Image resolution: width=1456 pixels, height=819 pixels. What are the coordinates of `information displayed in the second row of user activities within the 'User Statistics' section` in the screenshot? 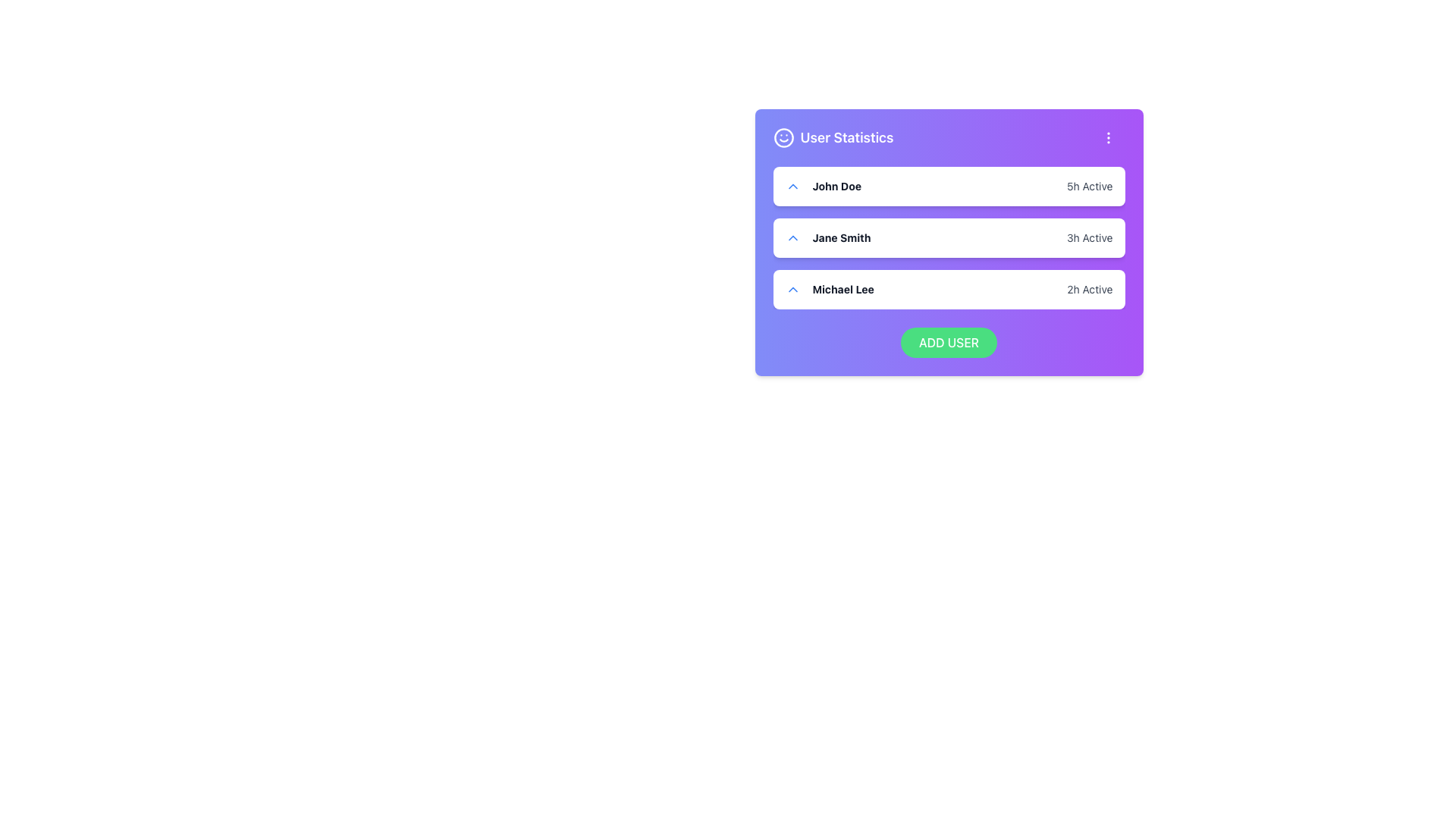 It's located at (948, 237).